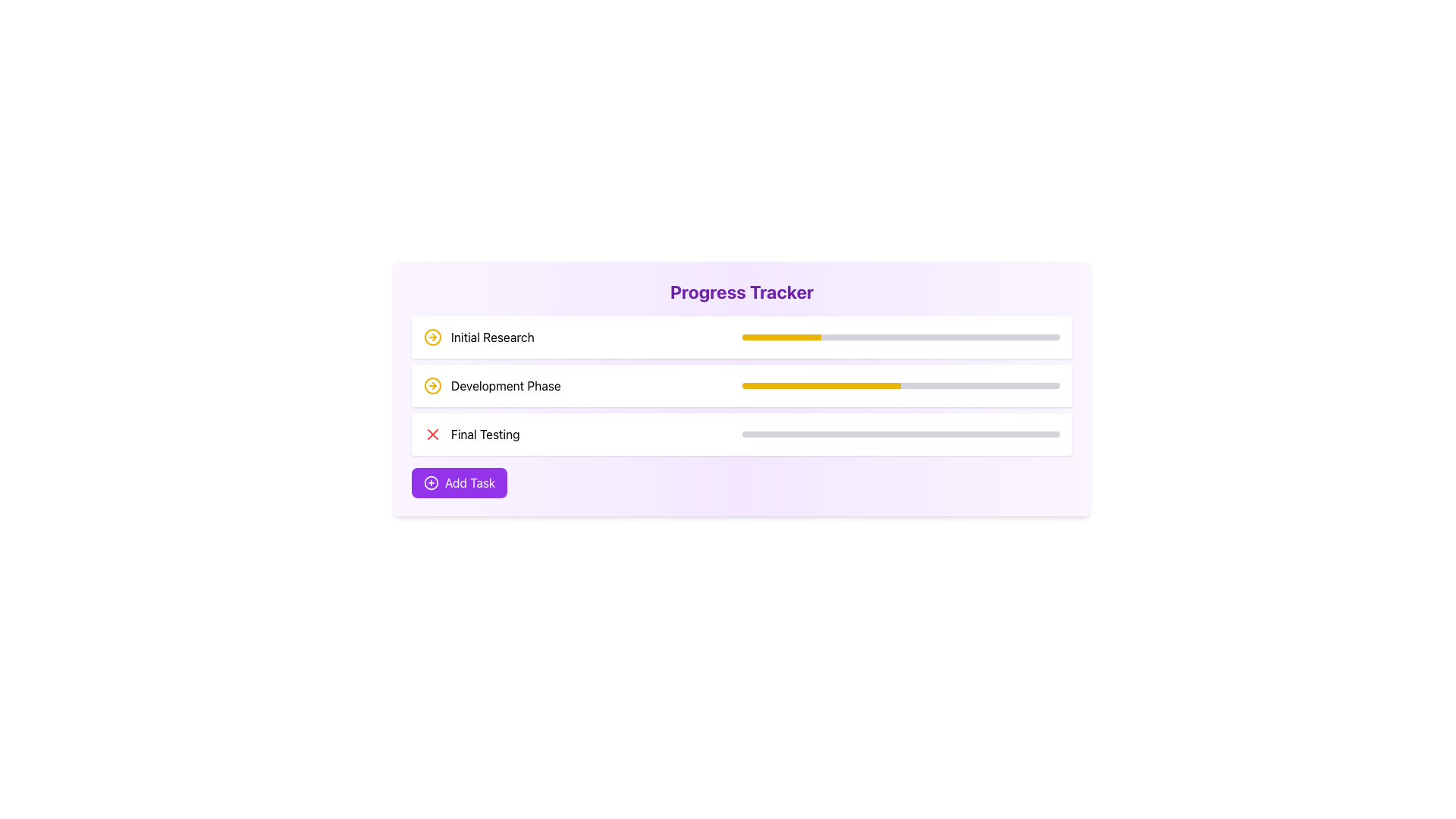  Describe the element at coordinates (471, 435) in the screenshot. I see `the 'Final Testing' task label with the red 'X' icon` at that location.